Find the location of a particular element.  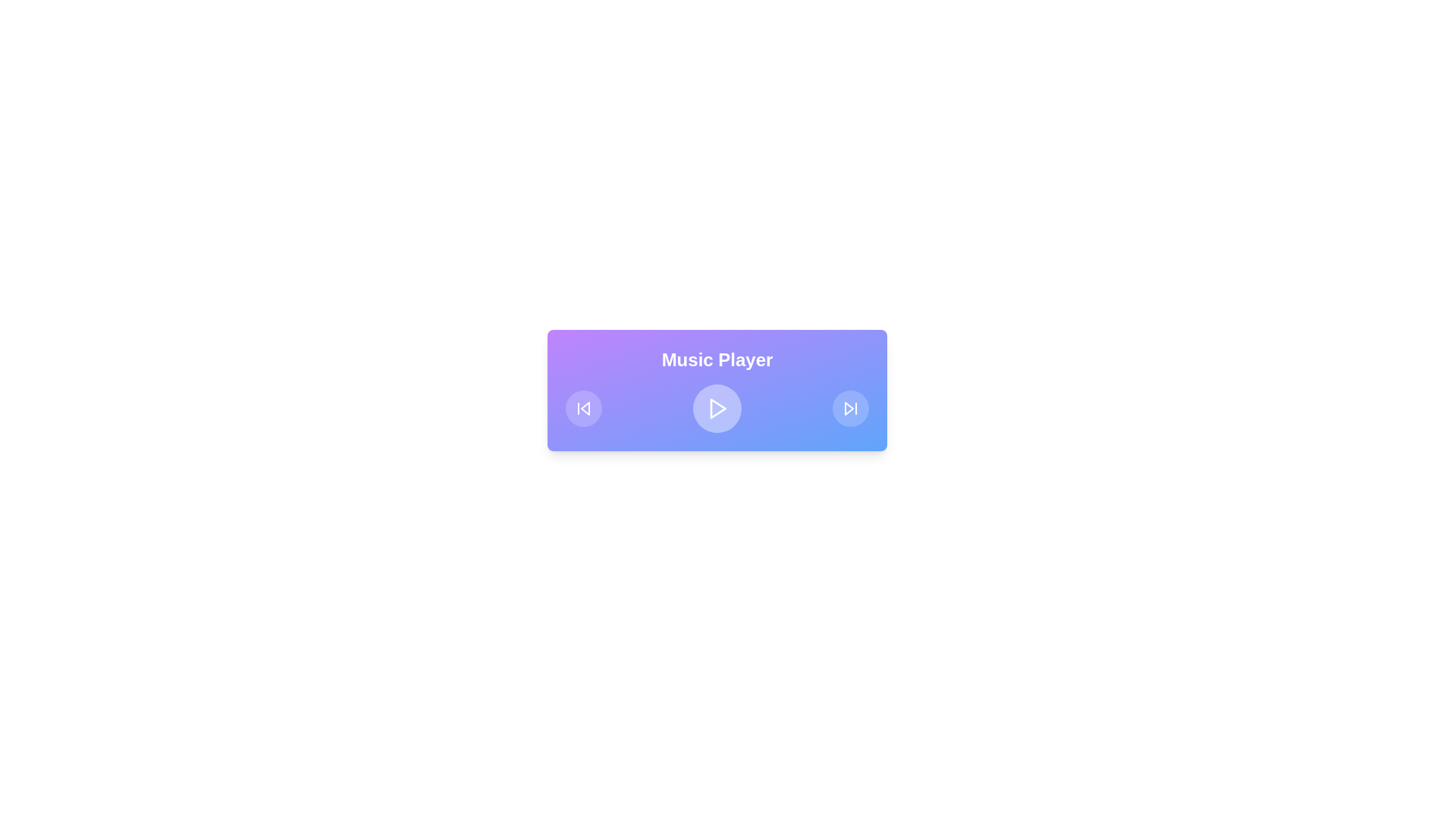

the central circular play button with a white play symbol is located at coordinates (716, 408).